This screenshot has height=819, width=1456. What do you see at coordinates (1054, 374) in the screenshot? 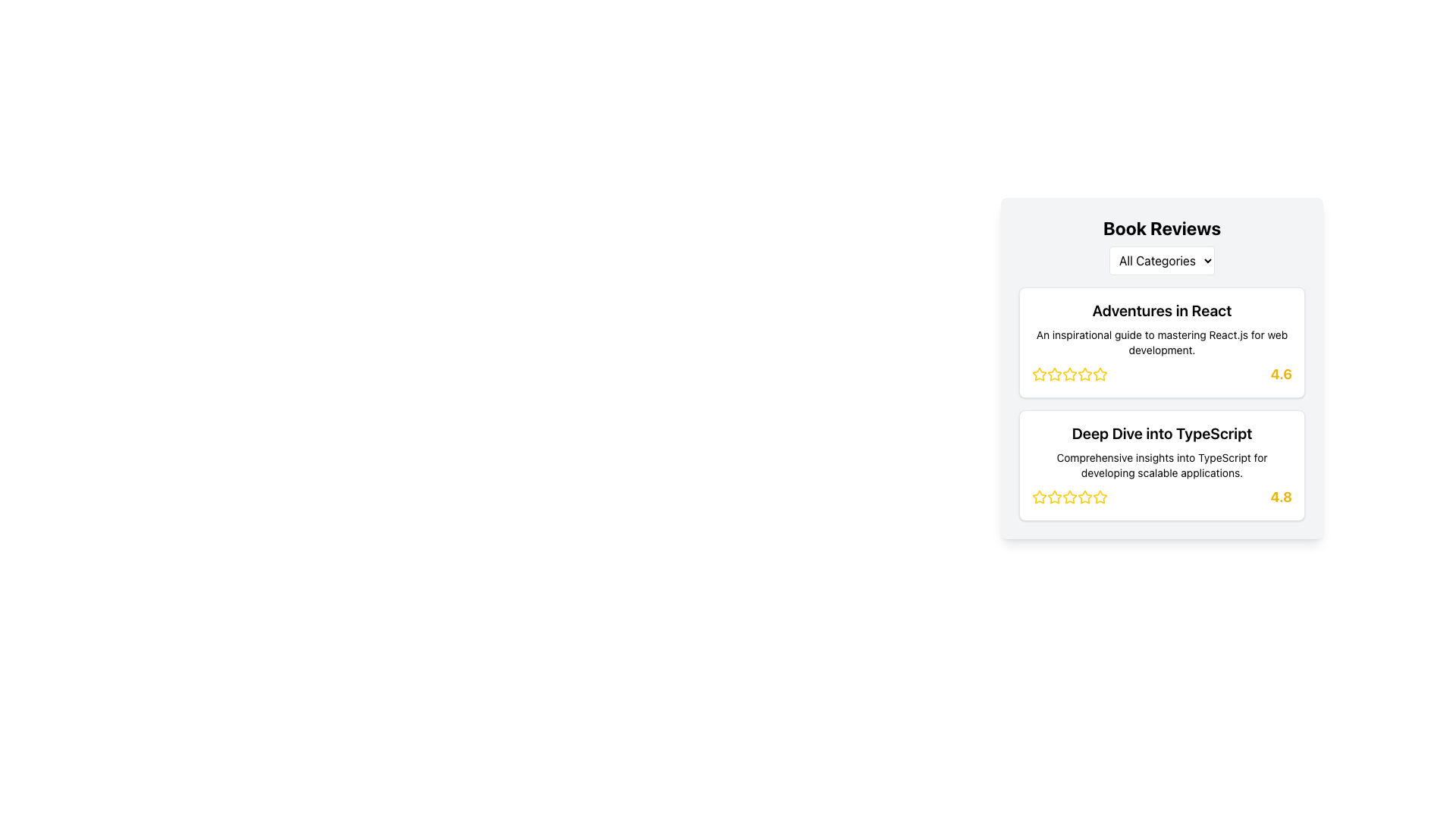
I see `the third yellow star icon in the horizontal row of five stars` at bounding box center [1054, 374].